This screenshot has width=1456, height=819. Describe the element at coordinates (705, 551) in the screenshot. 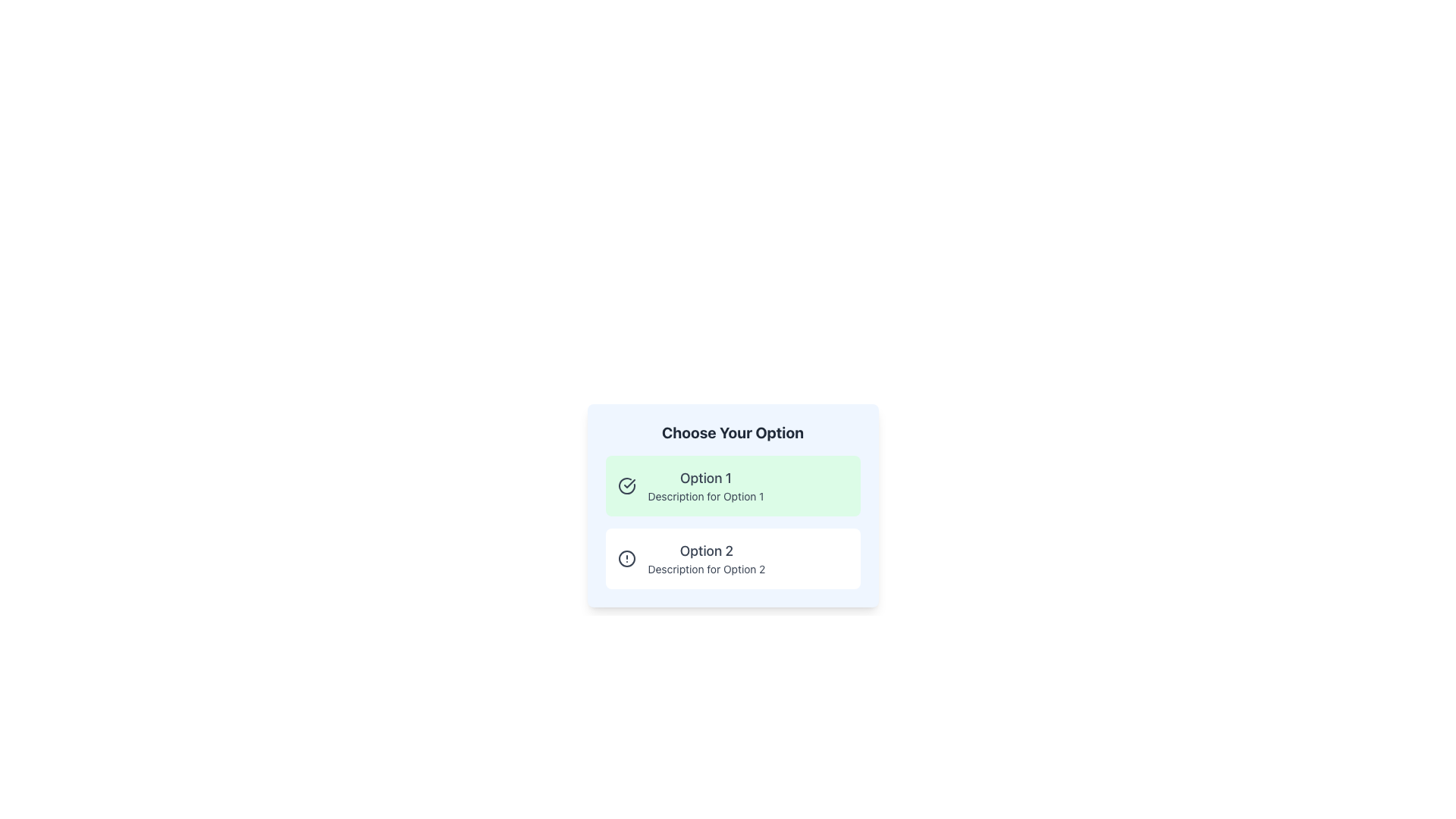

I see `the text label reading 'Option 2', which is styled in bold and medium font size, located within the list of options labeled 'Choose Your Option'` at that location.